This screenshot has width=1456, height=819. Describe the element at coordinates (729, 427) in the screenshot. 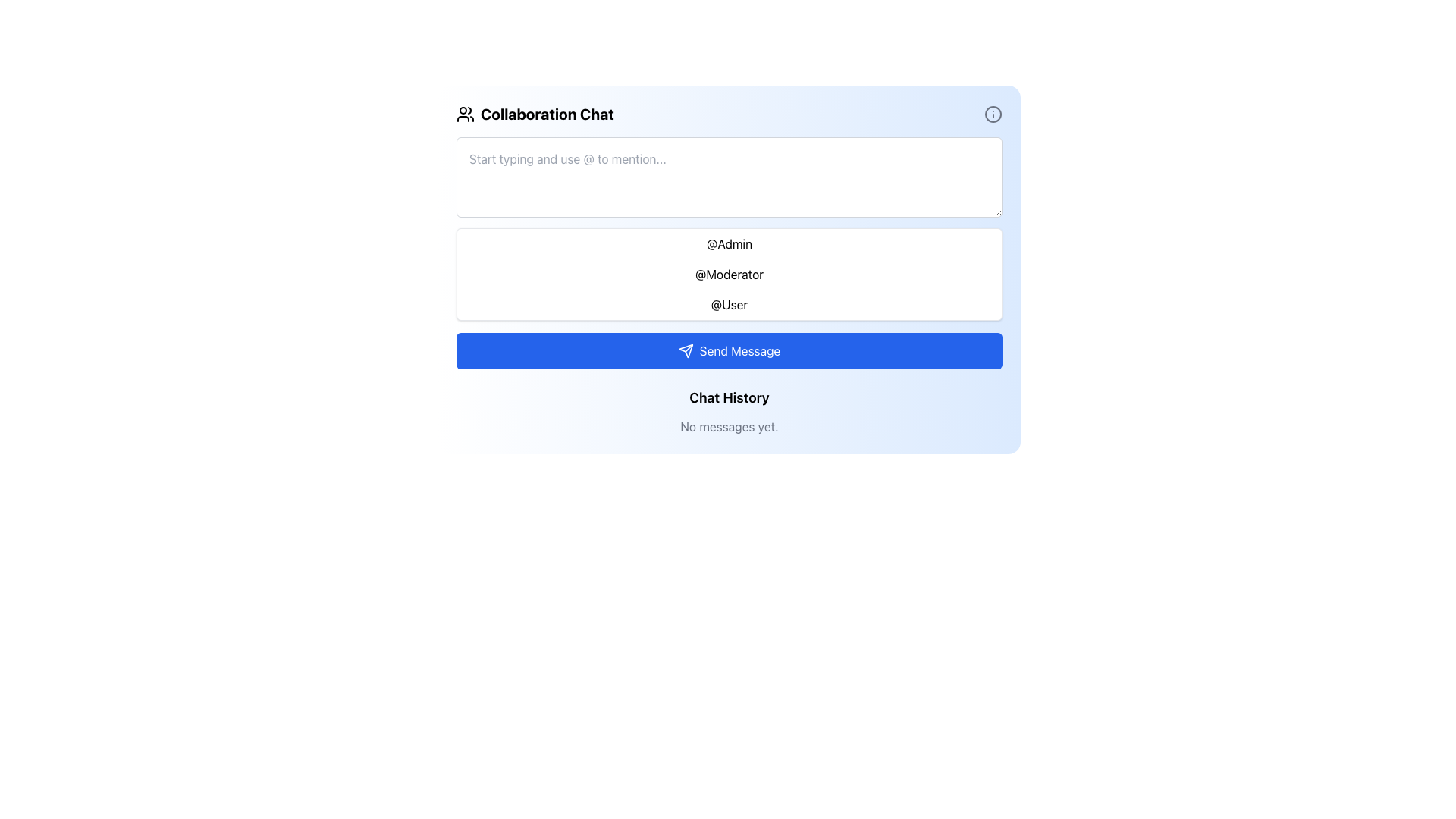

I see `the static text label that says 'No messages yet.' which is styled in gray color and located below the 'Chat History' heading in the chat interface` at that location.